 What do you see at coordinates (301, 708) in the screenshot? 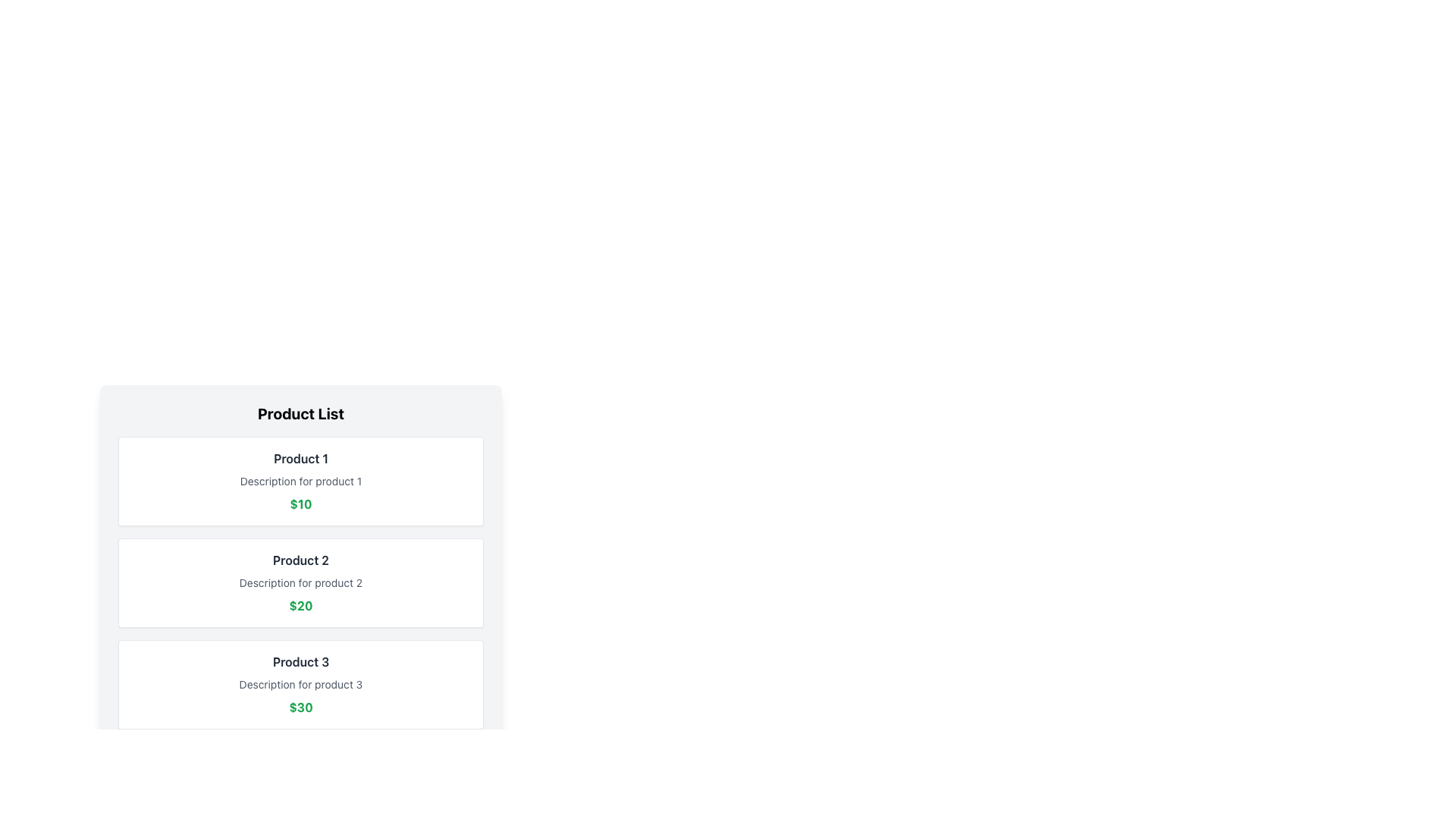
I see `the Text Label displaying the price of $30 for Product 3, which is the last item in a vertical series of price labels` at bounding box center [301, 708].